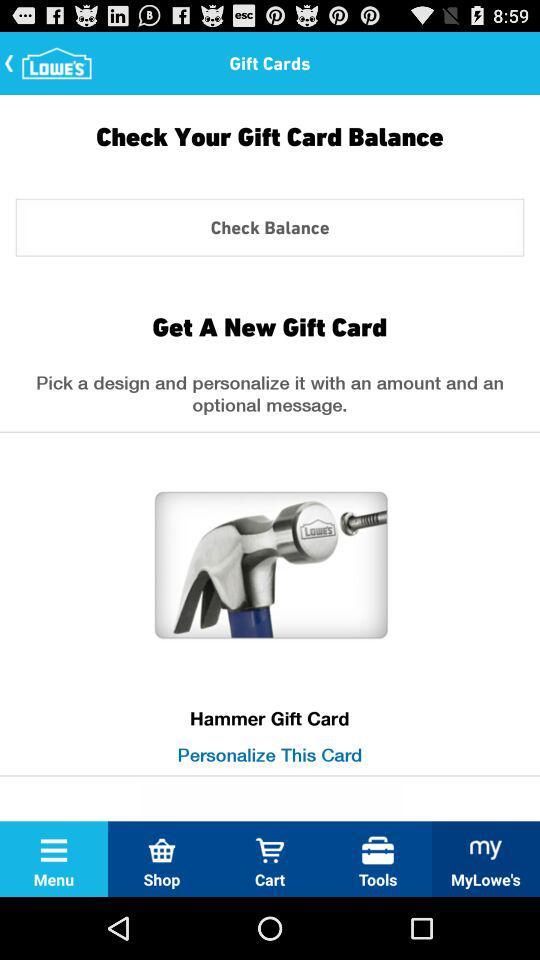 The height and width of the screenshot is (960, 540). Describe the element at coordinates (270, 227) in the screenshot. I see `the option check balance` at that location.